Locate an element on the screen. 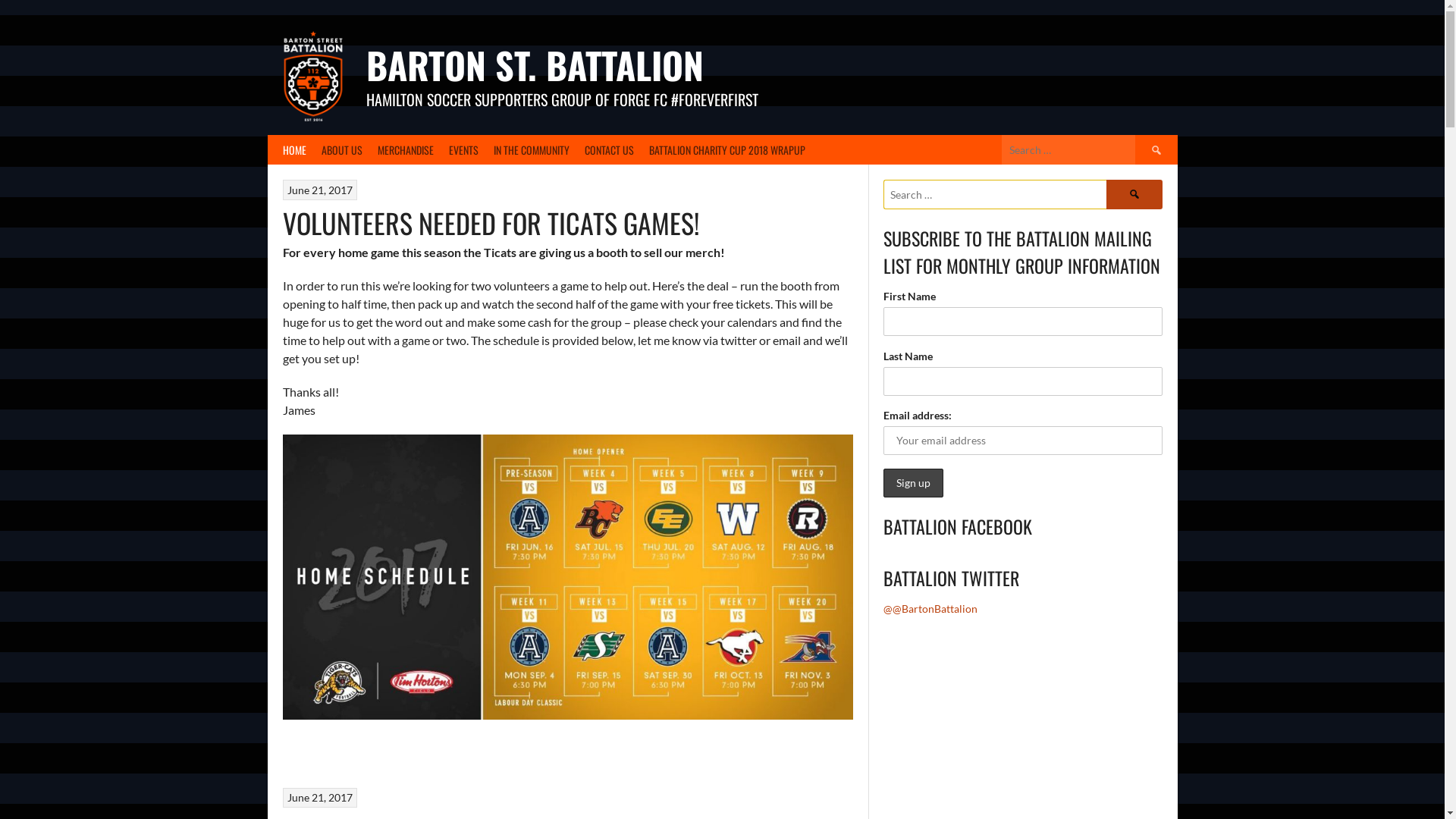 The width and height of the screenshot is (1456, 819). 'ABOUT US' is located at coordinates (341, 149).